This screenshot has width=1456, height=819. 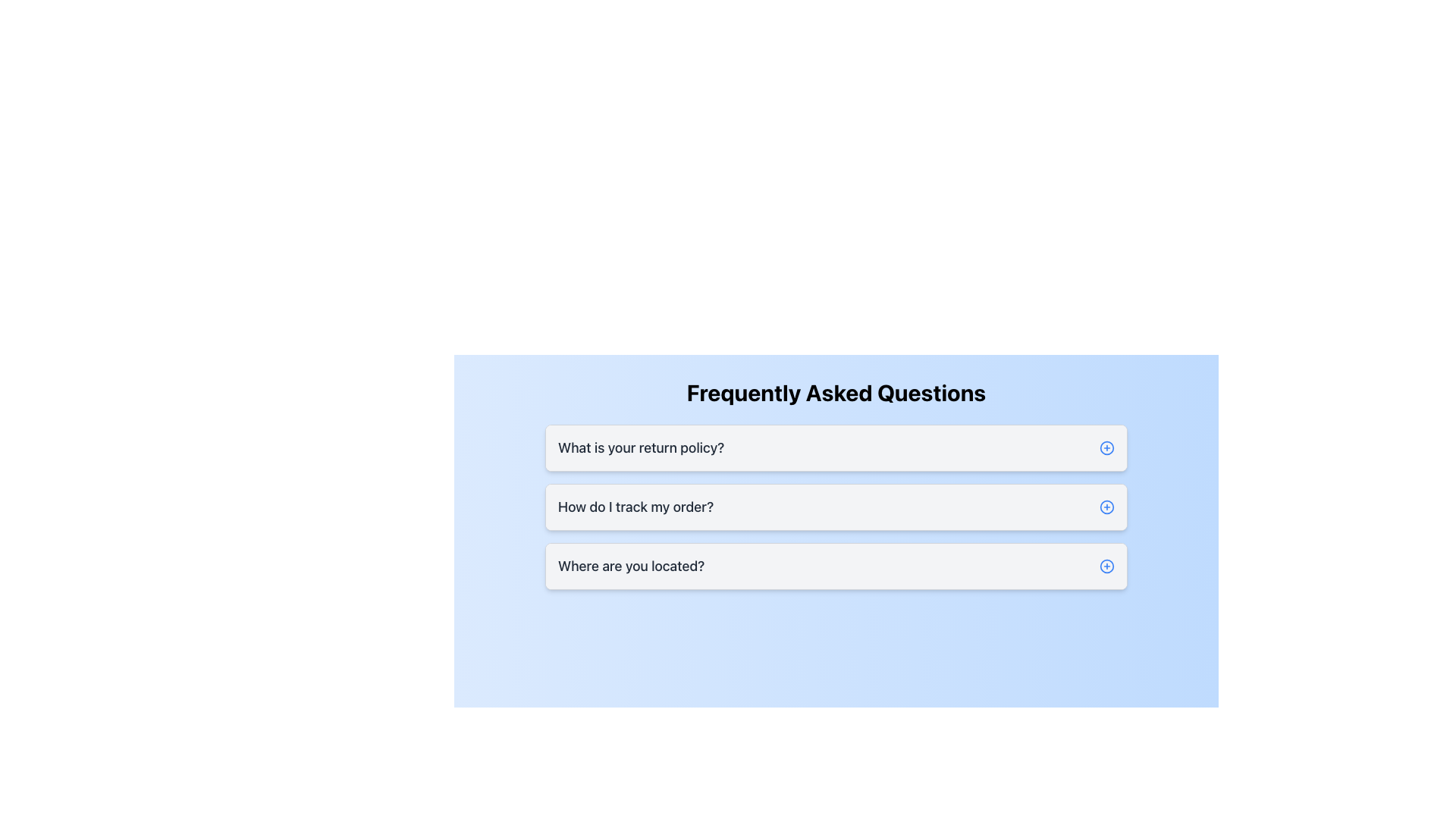 I want to click on the right-aligned button in the FAQ section for the question 'How do I track my order?', so click(x=1106, y=507).